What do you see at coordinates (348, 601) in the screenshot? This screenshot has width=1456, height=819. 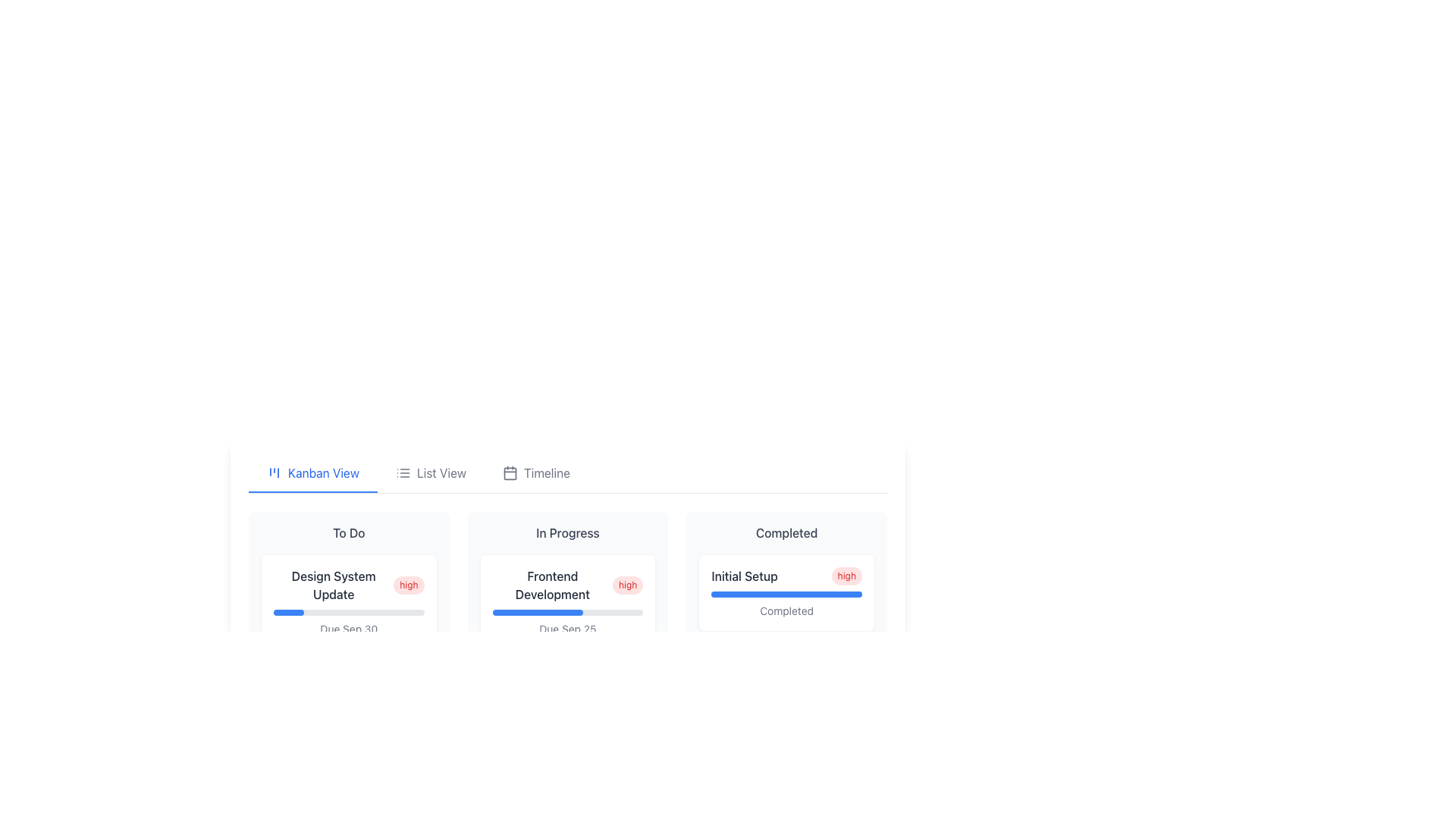 I see `the 'Design System Update' Task card` at bounding box center [348, 601].